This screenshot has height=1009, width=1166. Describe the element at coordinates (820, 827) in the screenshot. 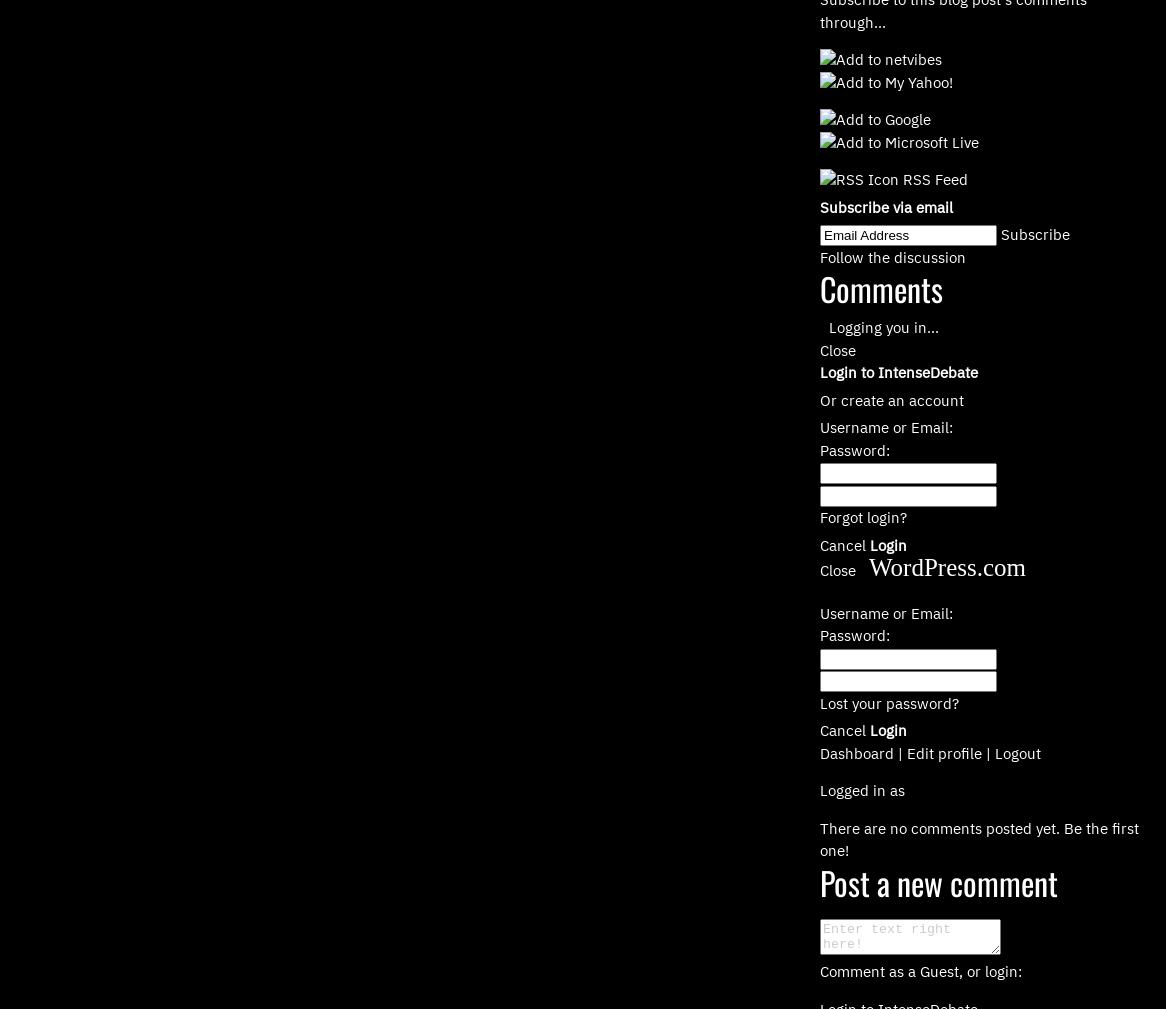

I see `'There are no comments posted yet.'` at that location.